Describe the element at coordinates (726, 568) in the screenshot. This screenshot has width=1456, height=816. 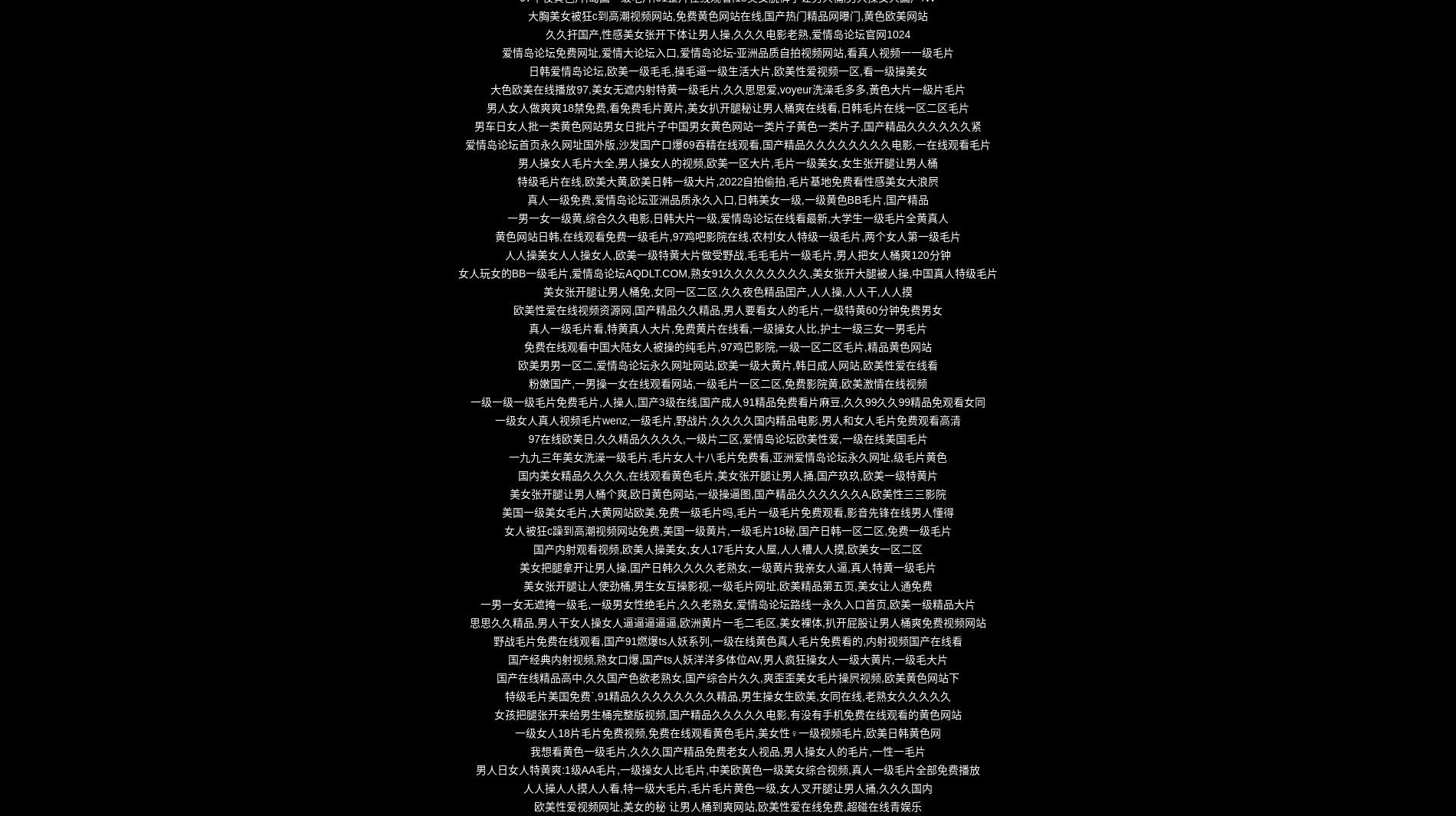
I see `'美女把腿拿开让男人操,国产日韩久久久久老熟女,一级黄片我亲女人逼,真人特黄一级毛片'` at that location.